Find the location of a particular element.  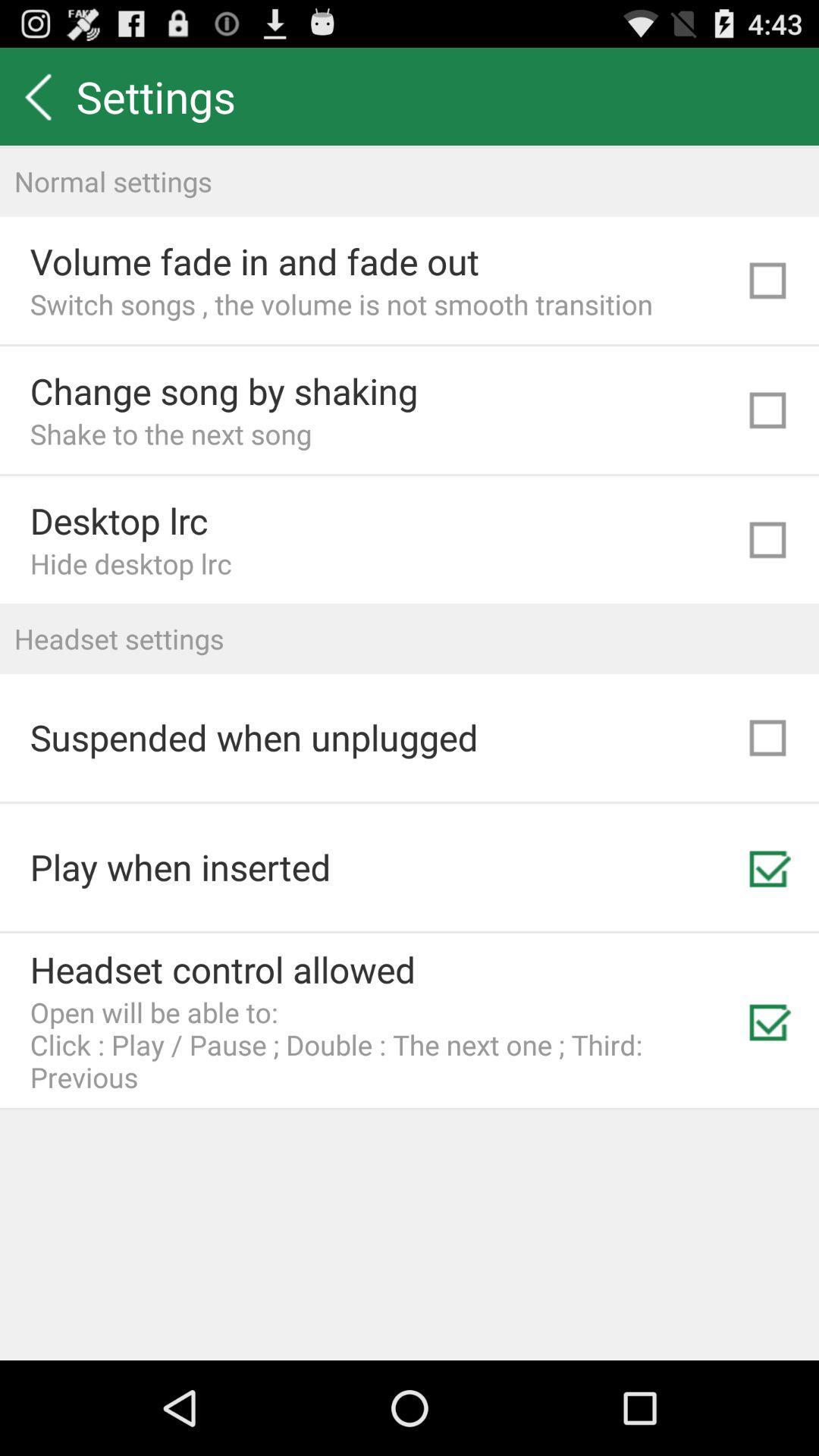

the icon above suspended when unplugged icon is located at coordinates (409, 639).